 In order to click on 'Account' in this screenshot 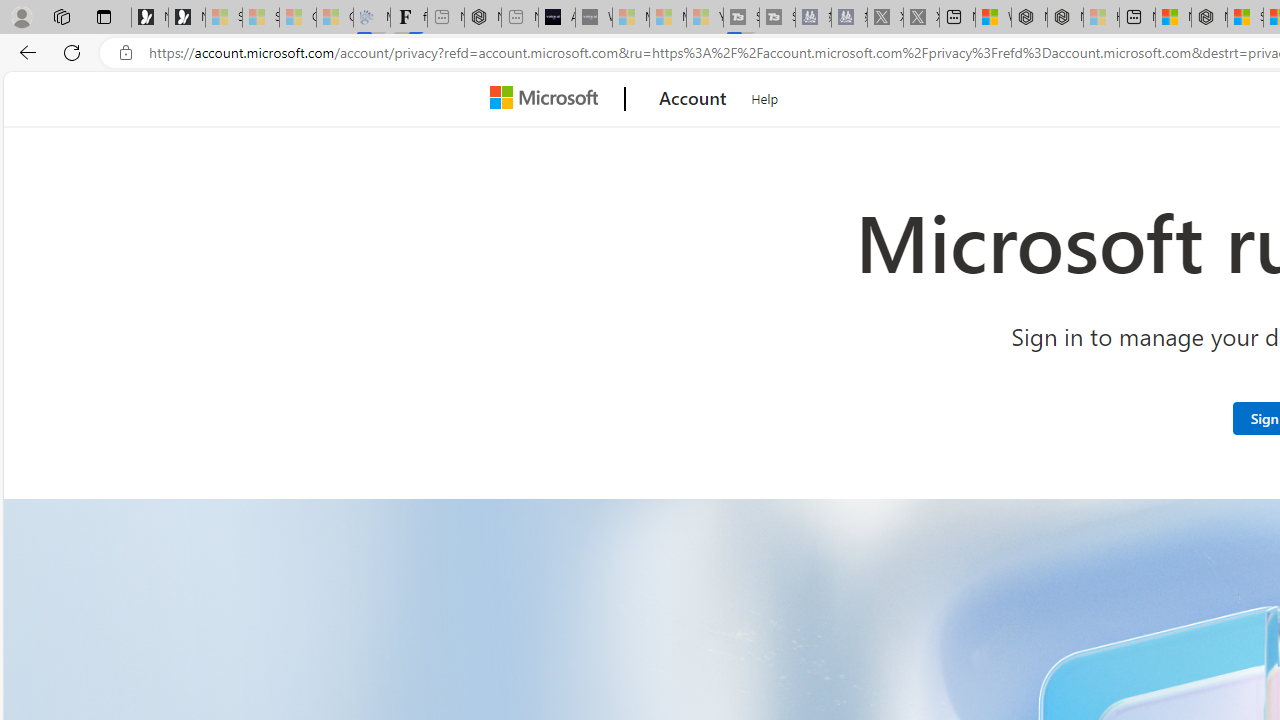, I will do `click(693, 99)`.